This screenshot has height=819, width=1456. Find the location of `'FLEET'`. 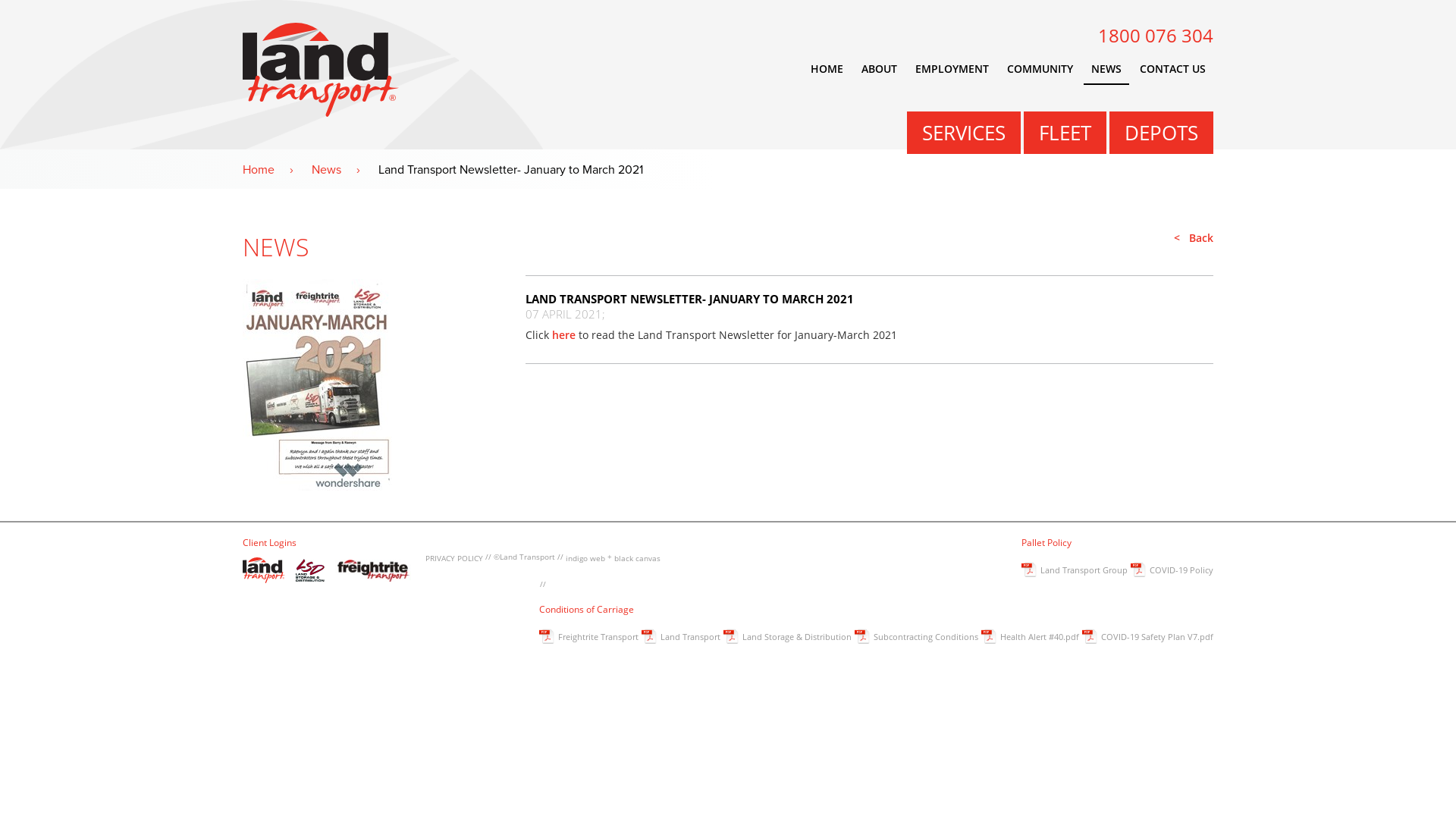

'FLEET' is located at coordinates (1064, 131).